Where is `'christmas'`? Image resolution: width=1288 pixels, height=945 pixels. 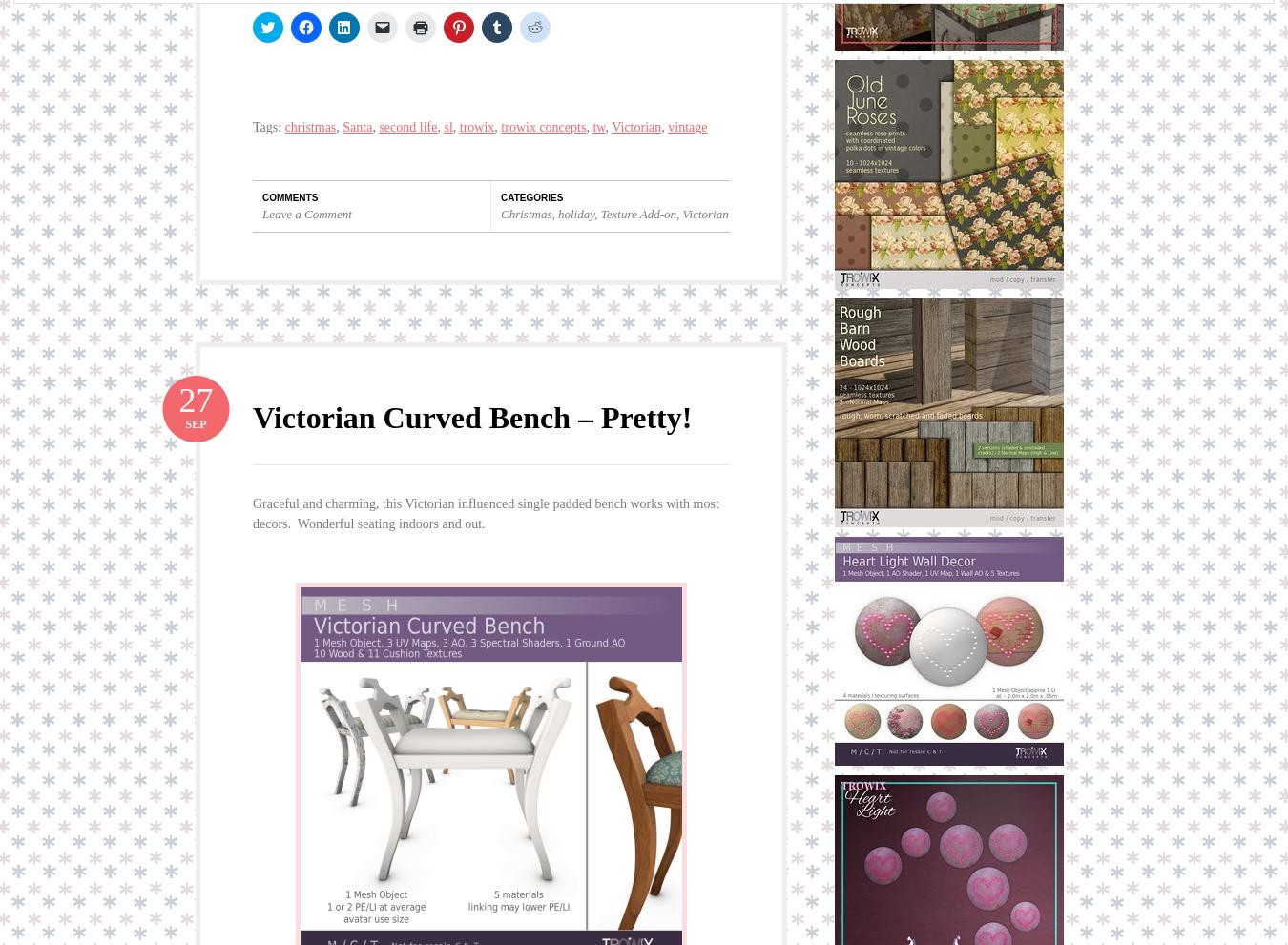 'christmas' is located at coordinates (308, 126).